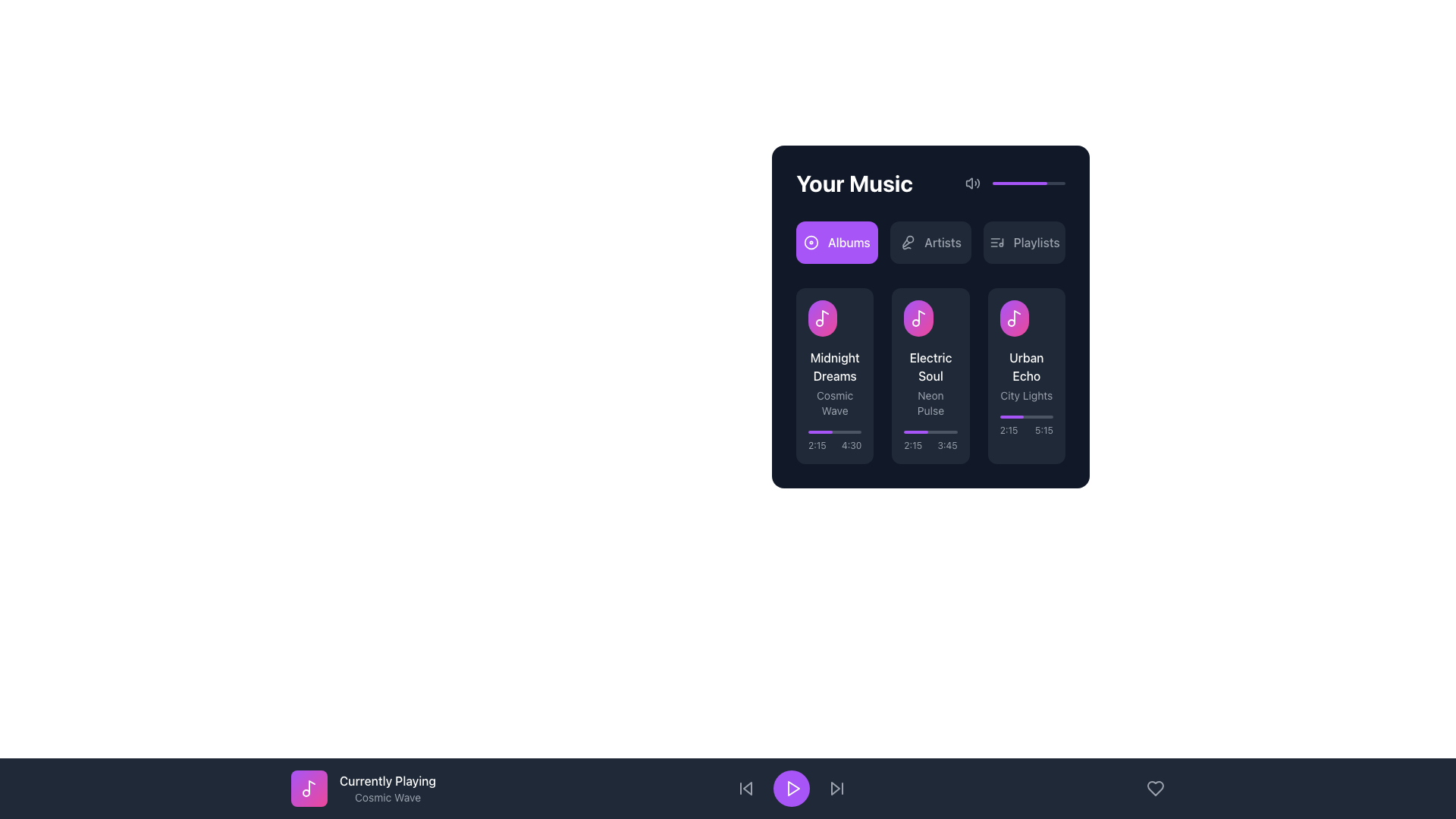 The width and height of the screenshot is (1456, 819). Describe the element at coordinates (1007, 183) in the screenshot. I see `the volume slider` at that location.